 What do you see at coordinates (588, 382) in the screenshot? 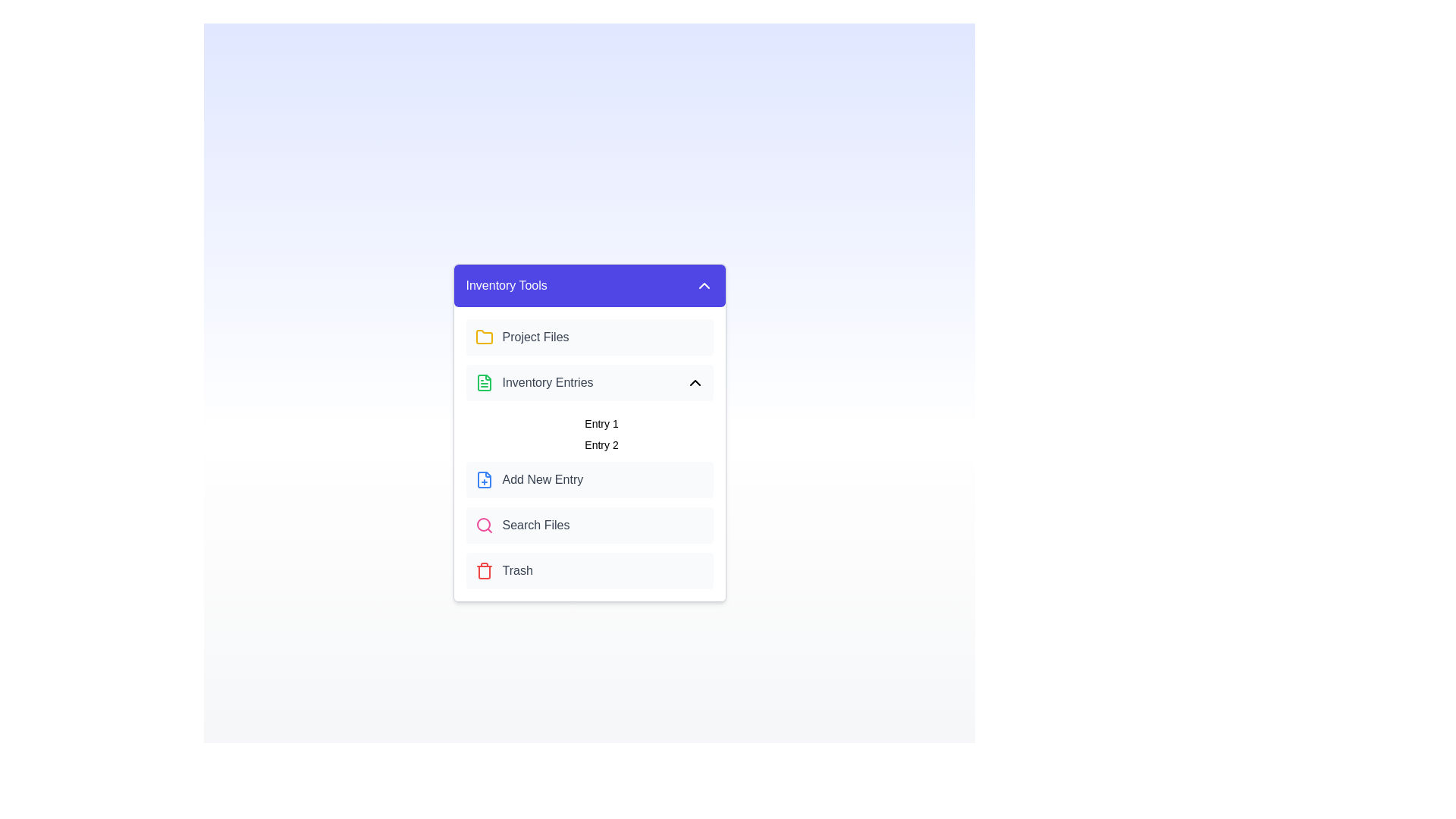
I see `the second item in the navigation menu under the 'Inventory Tools' header` at bounding box center [588, 382].